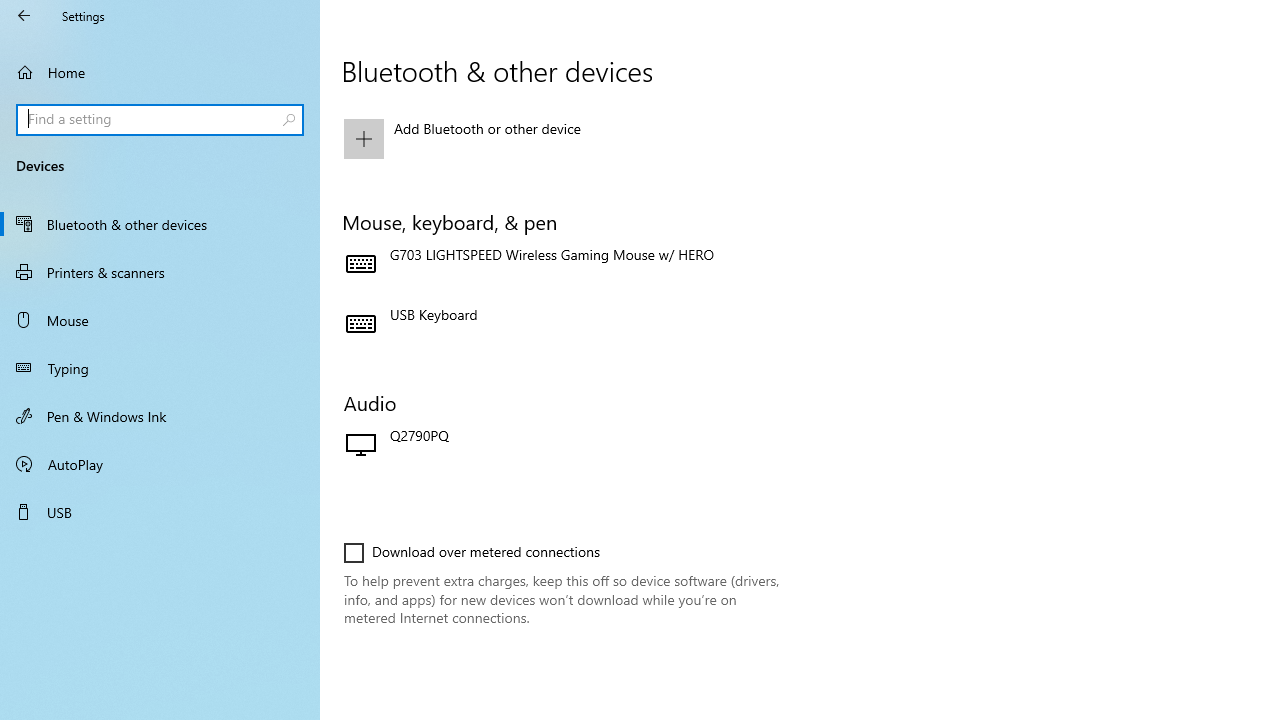 The image size is (1280, 720). Describe the element at coordinates (160, 464) in the screenshot. I see `'AutoPlay'` at that location.